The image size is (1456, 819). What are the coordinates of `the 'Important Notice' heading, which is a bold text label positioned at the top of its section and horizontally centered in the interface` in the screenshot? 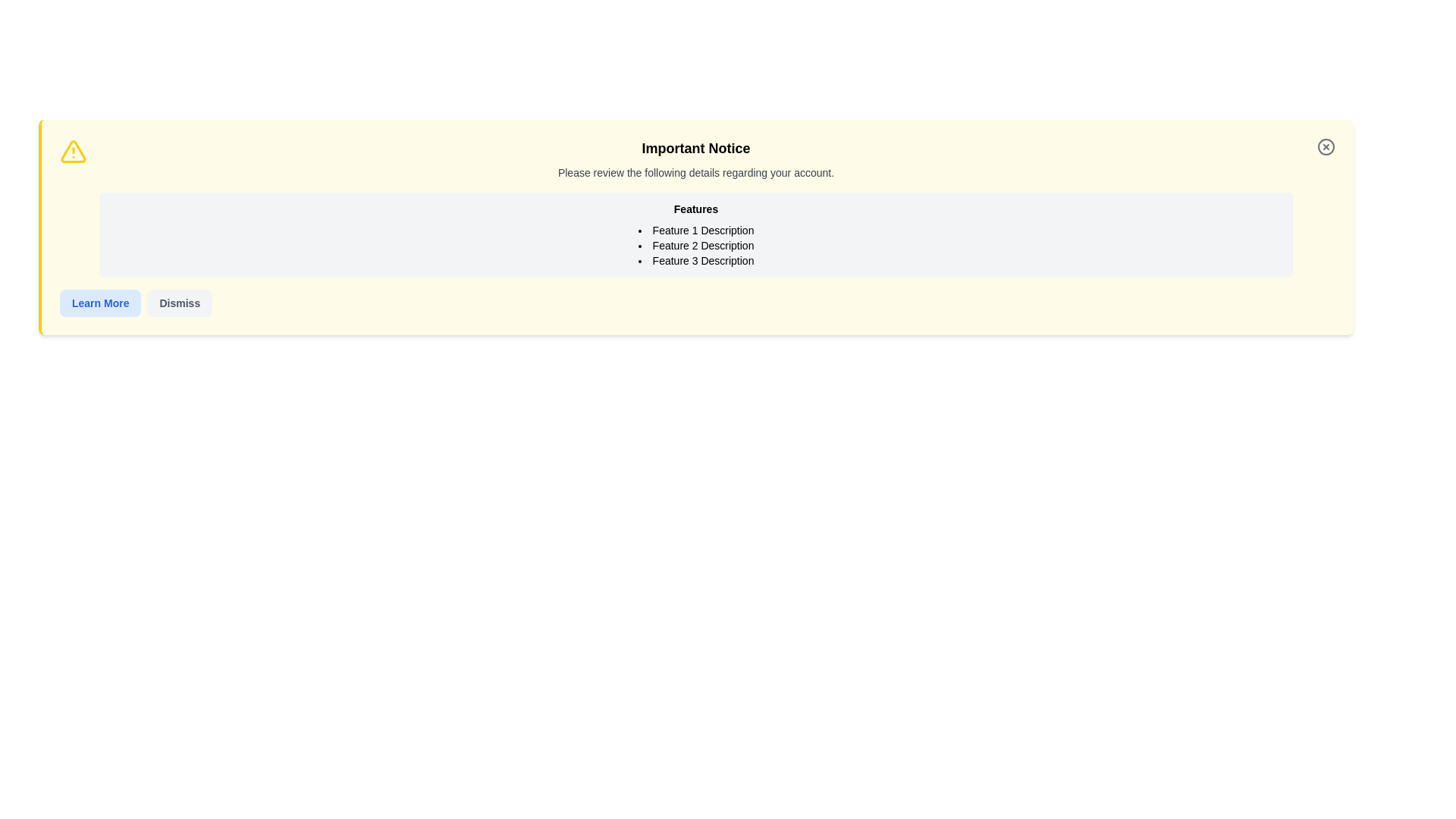 It's located at (695, 149).